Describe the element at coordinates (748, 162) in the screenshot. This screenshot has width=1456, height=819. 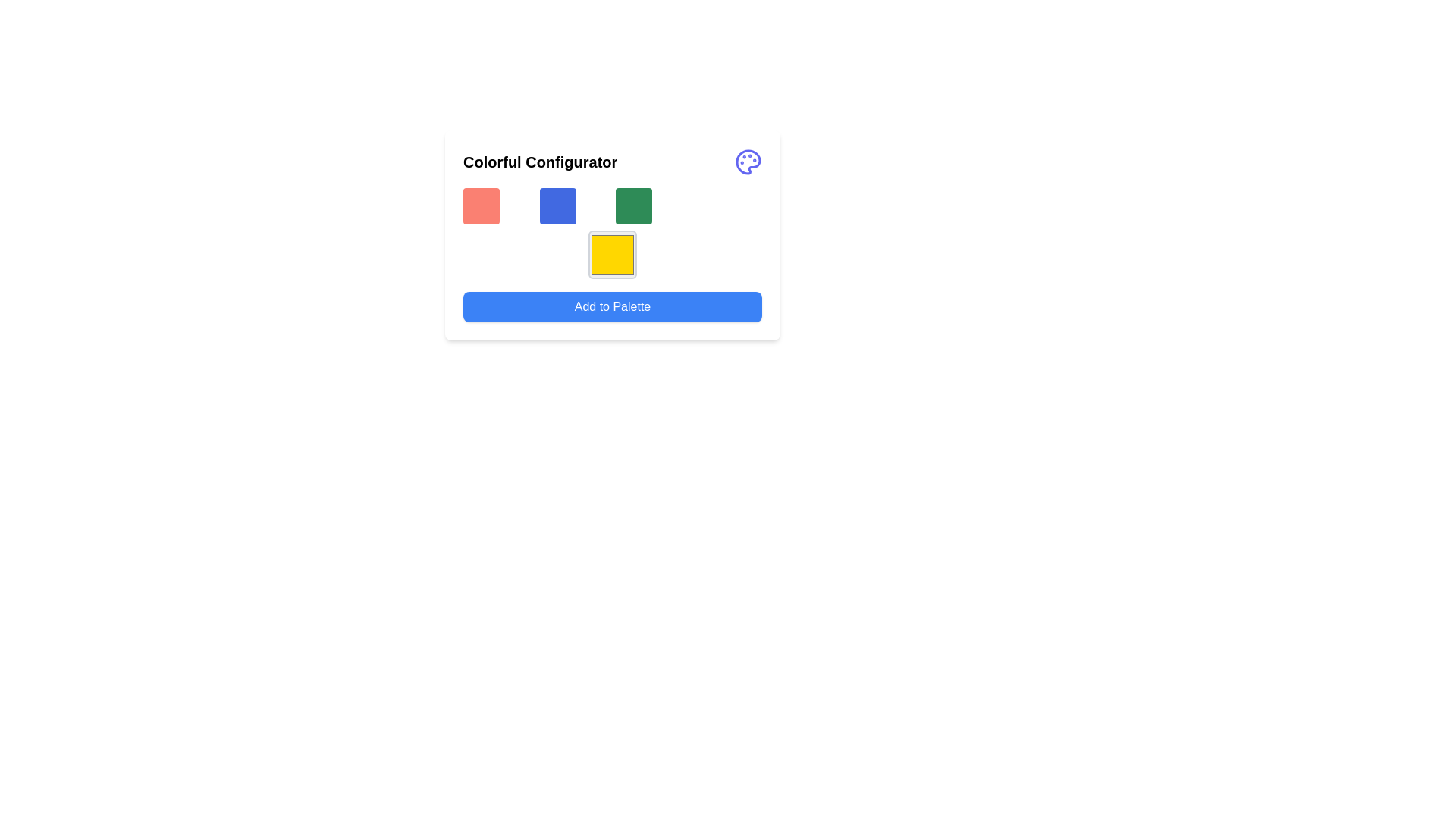
I see `the color palette selection icon located to the right of the 'Colorful Configurator' title in the top header section of the card` at that location.